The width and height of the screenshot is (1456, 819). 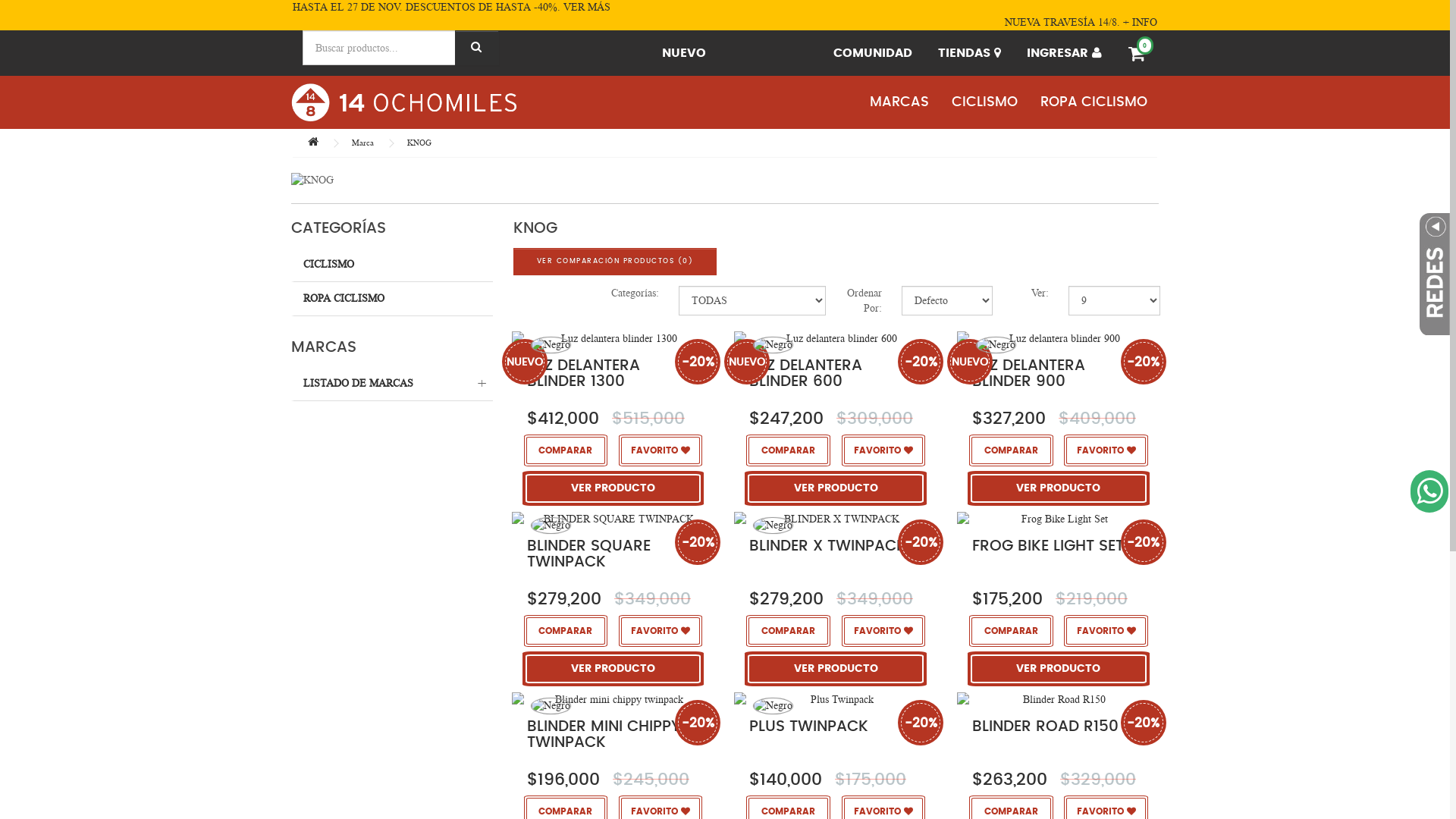 I want to click on 'VER PRODUCTO', so click(x=527, y=488).